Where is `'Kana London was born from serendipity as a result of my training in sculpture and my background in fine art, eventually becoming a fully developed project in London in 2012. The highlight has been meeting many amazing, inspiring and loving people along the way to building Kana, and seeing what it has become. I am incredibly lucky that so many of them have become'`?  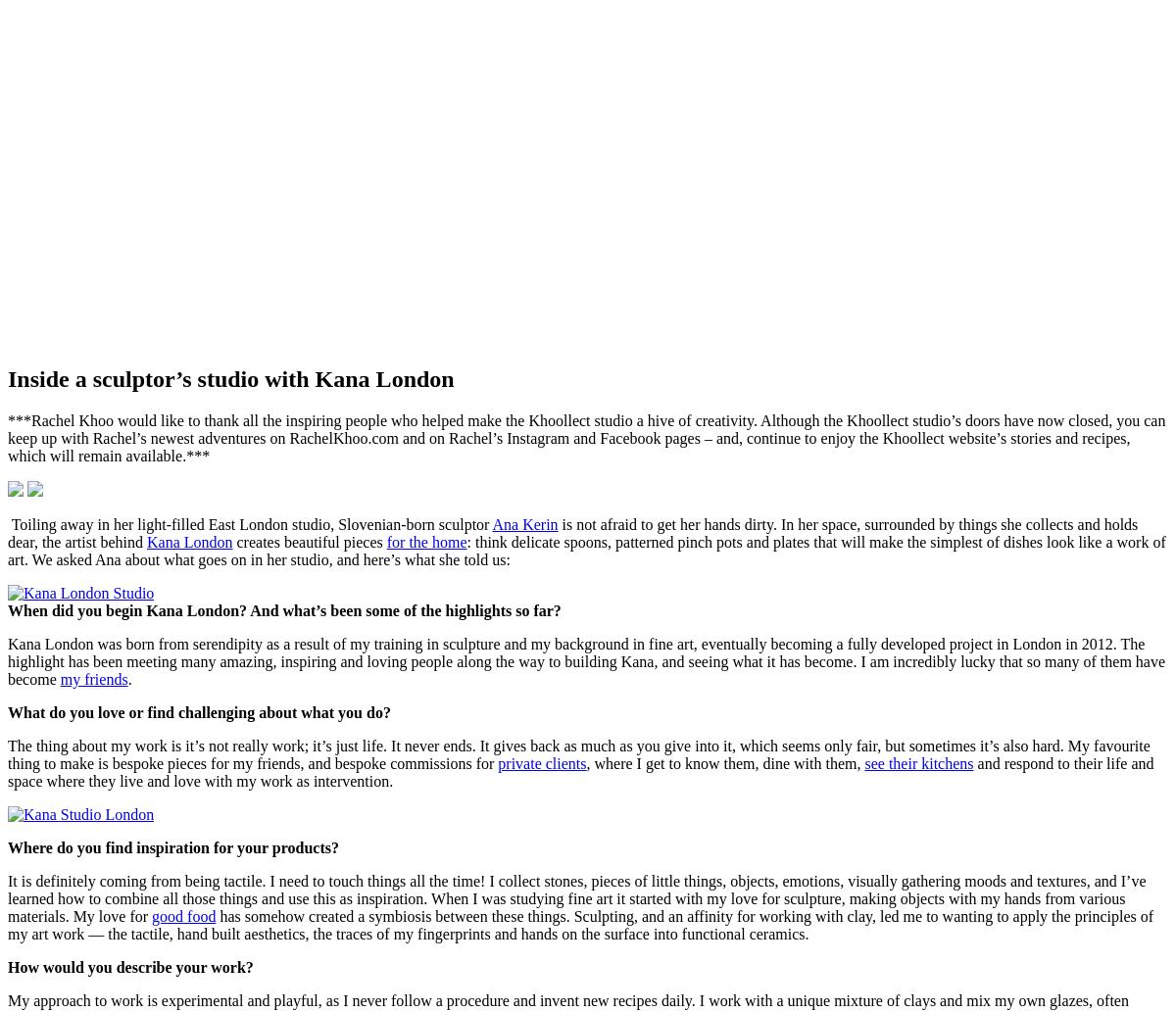 'Kana London was born from serendipity as a result of my training in sculpture and my background in fine art, eventually becoming a fully developed project in London in 2012. The highlight has been meeting many amazing, inspiring and loving people along the way to building Kana, and seeing what it has become. I am incredibly lucky that so many of them have become' is located at coordinates (585, 659).